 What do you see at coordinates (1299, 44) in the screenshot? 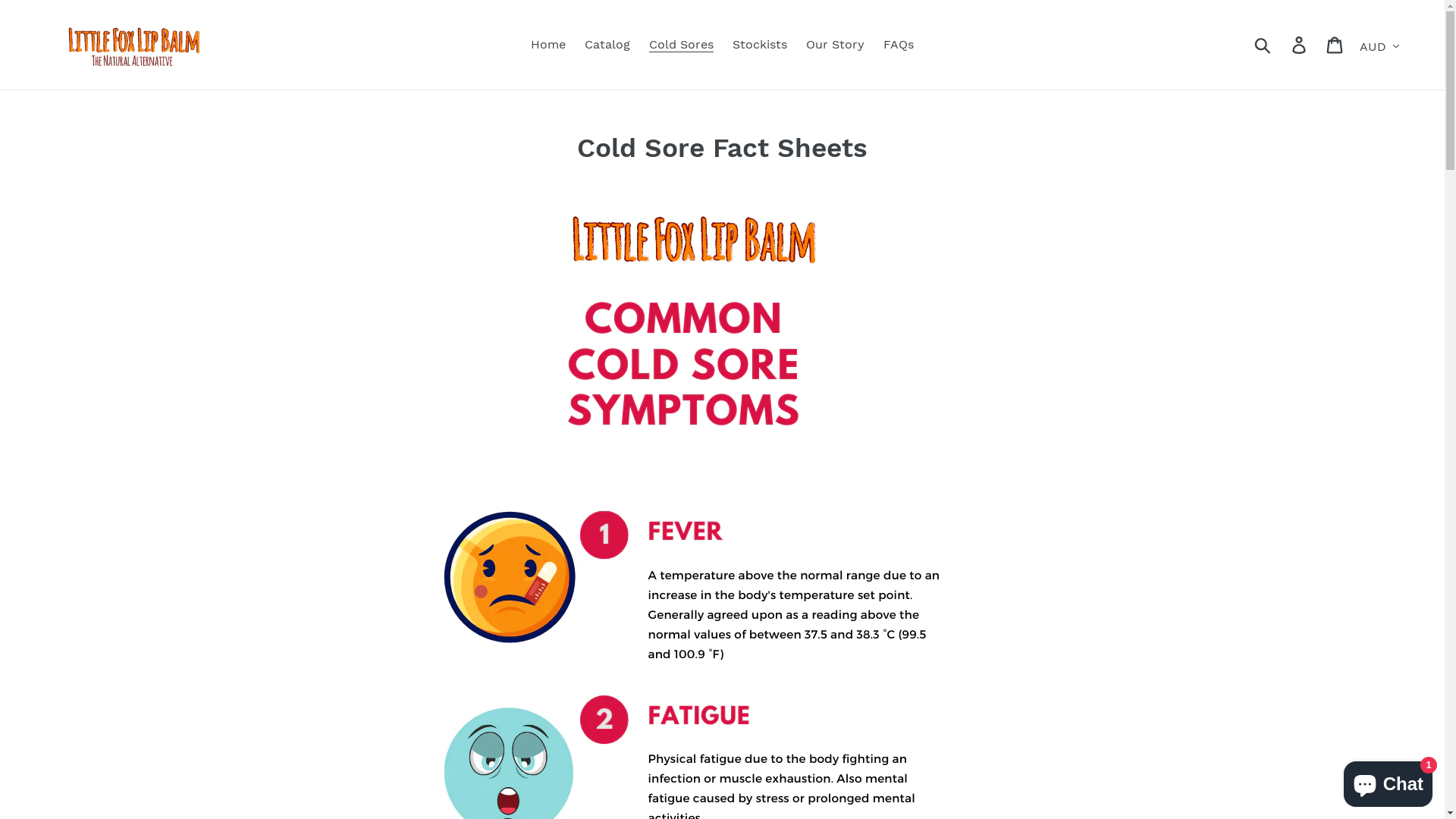
I see `'Log in'` at bounding box center [1299, 44].